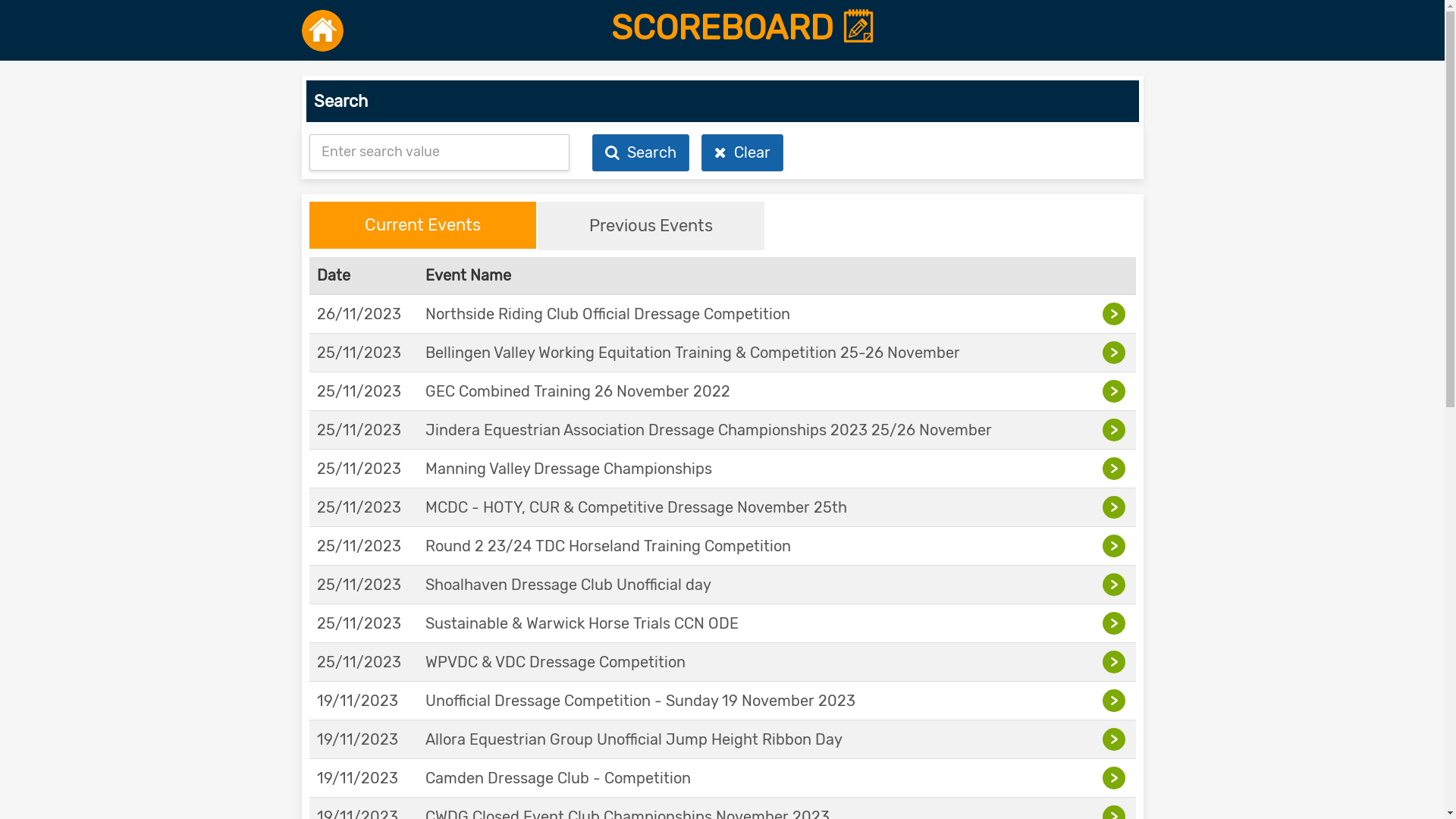  Describe the element at coordinates (1115, 312) in the screenshot. I see `'>'` at that location.